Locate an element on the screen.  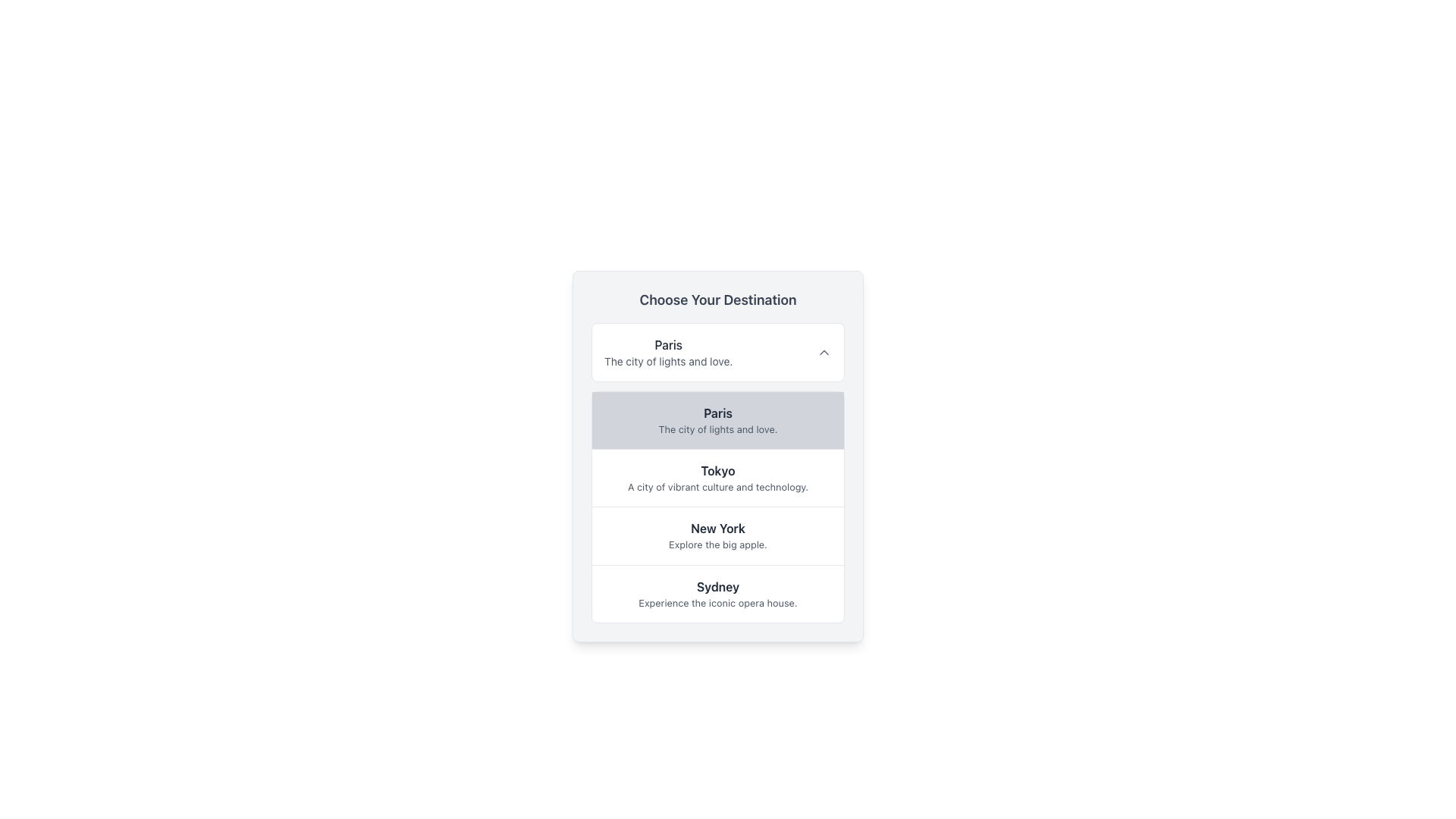
the text label indicating the name of the city 'Paris' in the expandable list or menu is located at coordinates (717, 413).